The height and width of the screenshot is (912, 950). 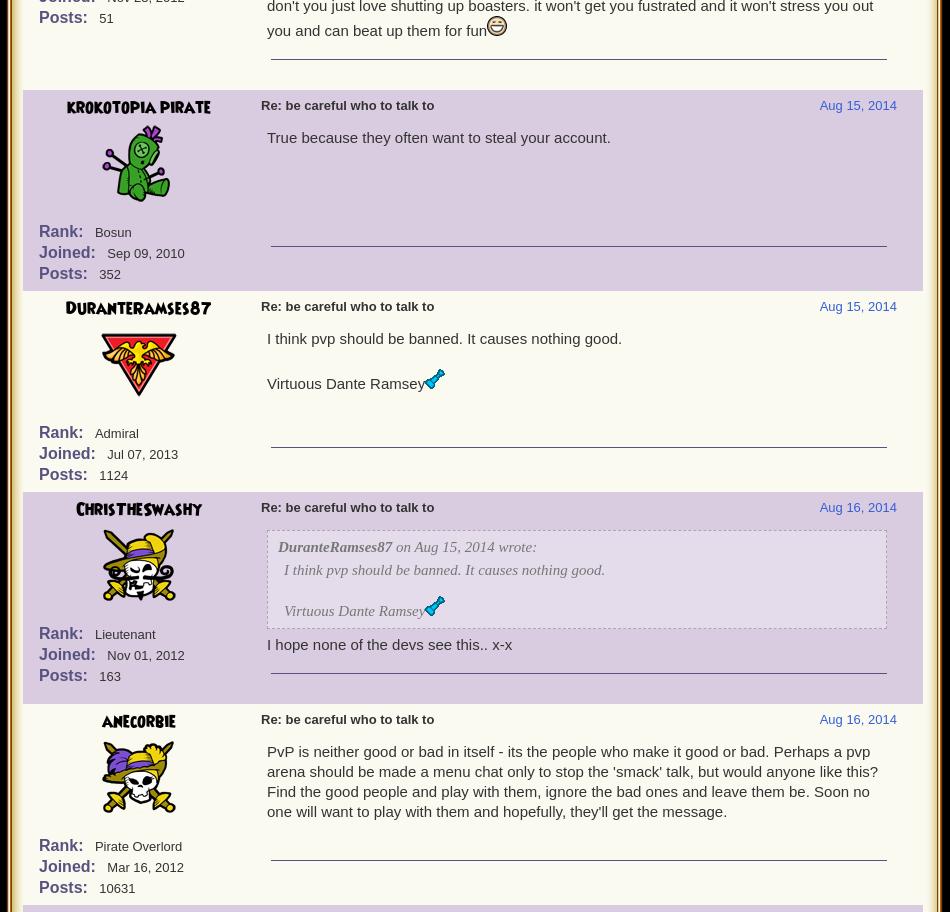 What do you see at coordinates (388, 644) in the screenshot?
I see `'I hope none of the devs see this.. x-x'` at bounding box center [388, 644].